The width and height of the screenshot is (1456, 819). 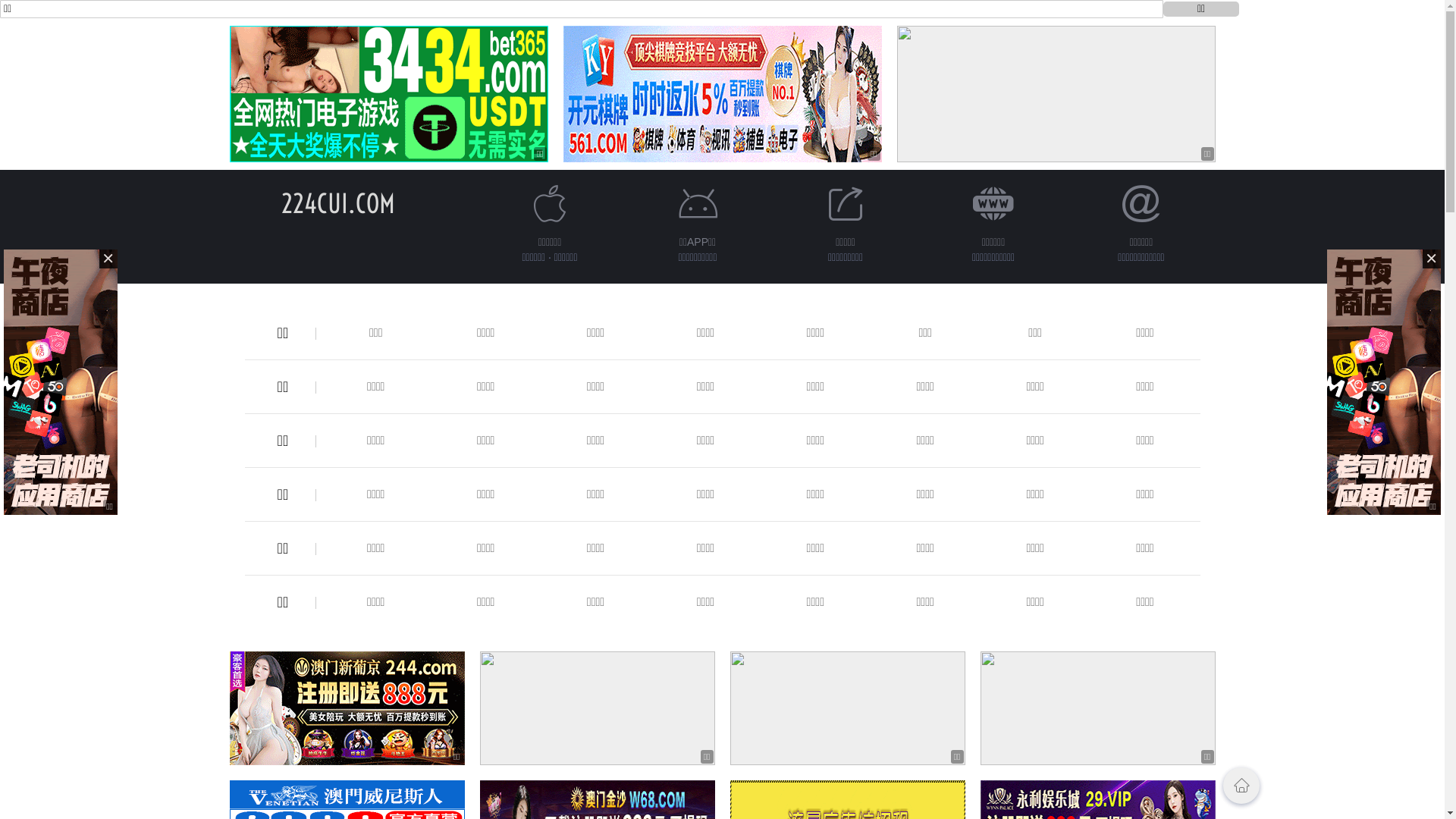 I want to click on '224CUI.COM', so click(x=337, y=202).